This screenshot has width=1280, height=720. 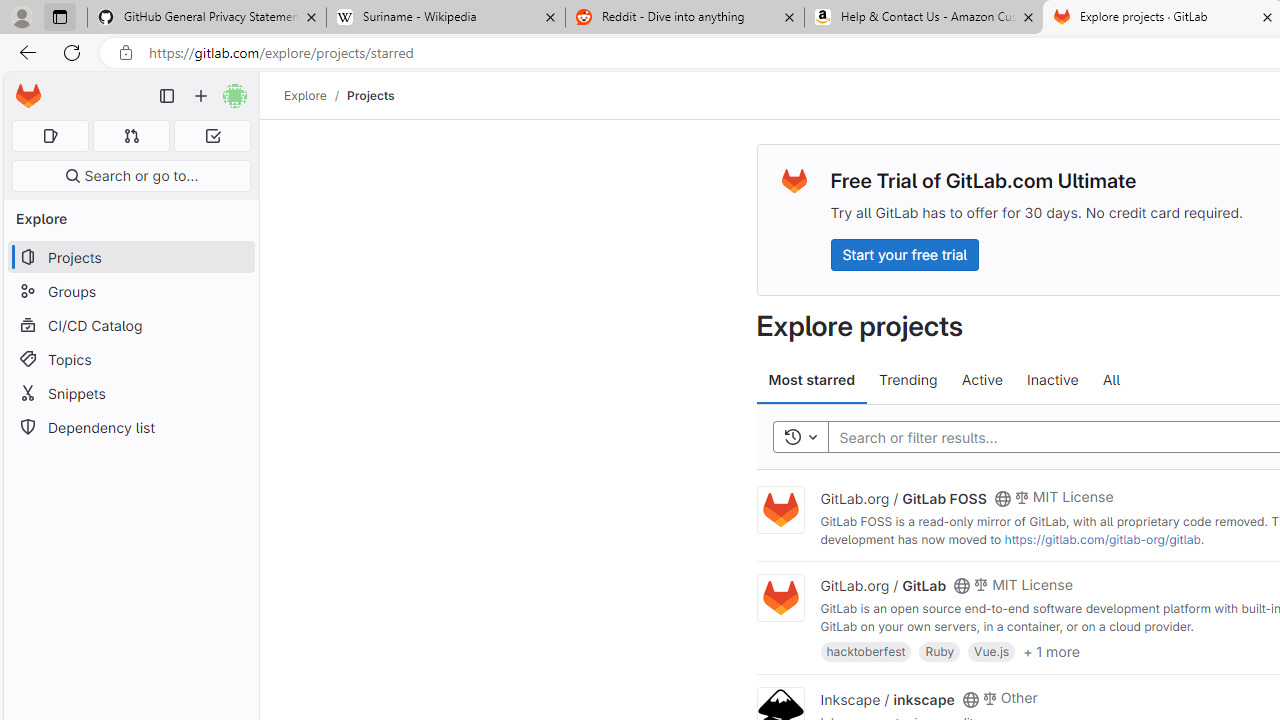 What do you see at coordinates (207, 17) in the screenshot?
I see `'GitHub General Privacy Statement - GitHub Docs'` at bounding box center [207, 17].